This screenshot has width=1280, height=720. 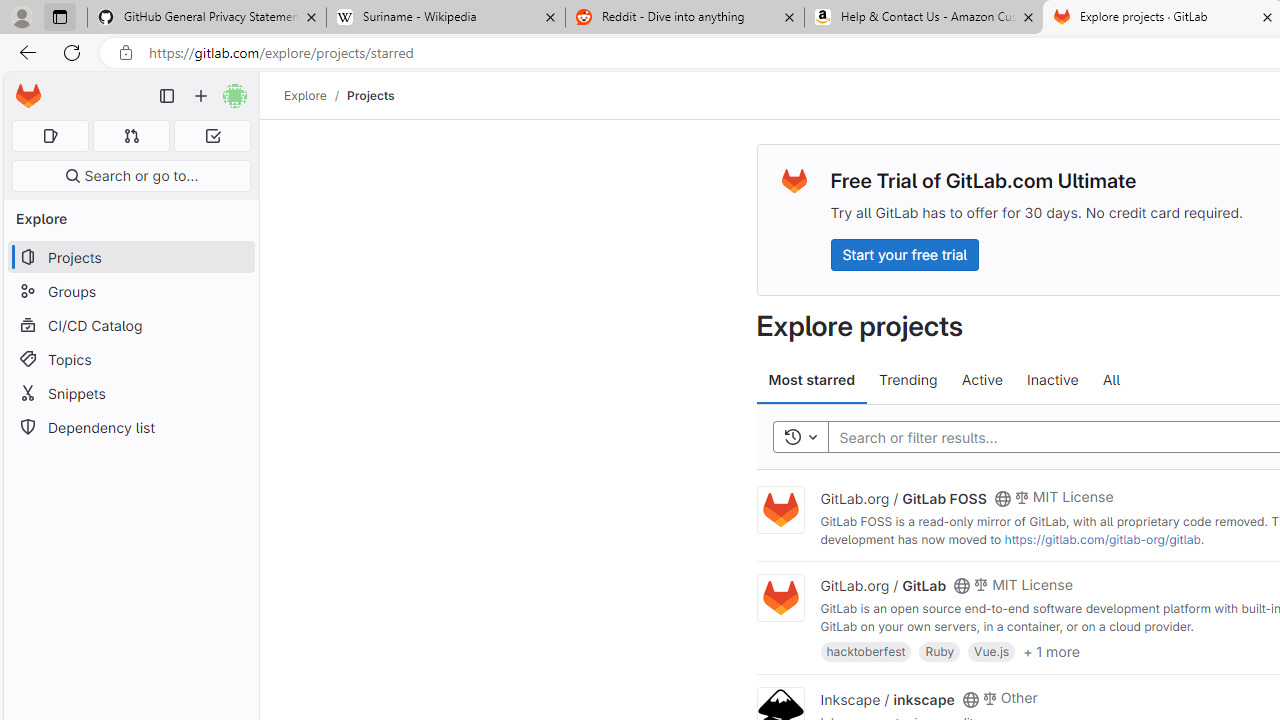 What do you see at coordinates (207, 17) in the screenshot?
I see `'GitHub General Privacy Statement - GitHub Docs'` at bounding box center [207, 17].